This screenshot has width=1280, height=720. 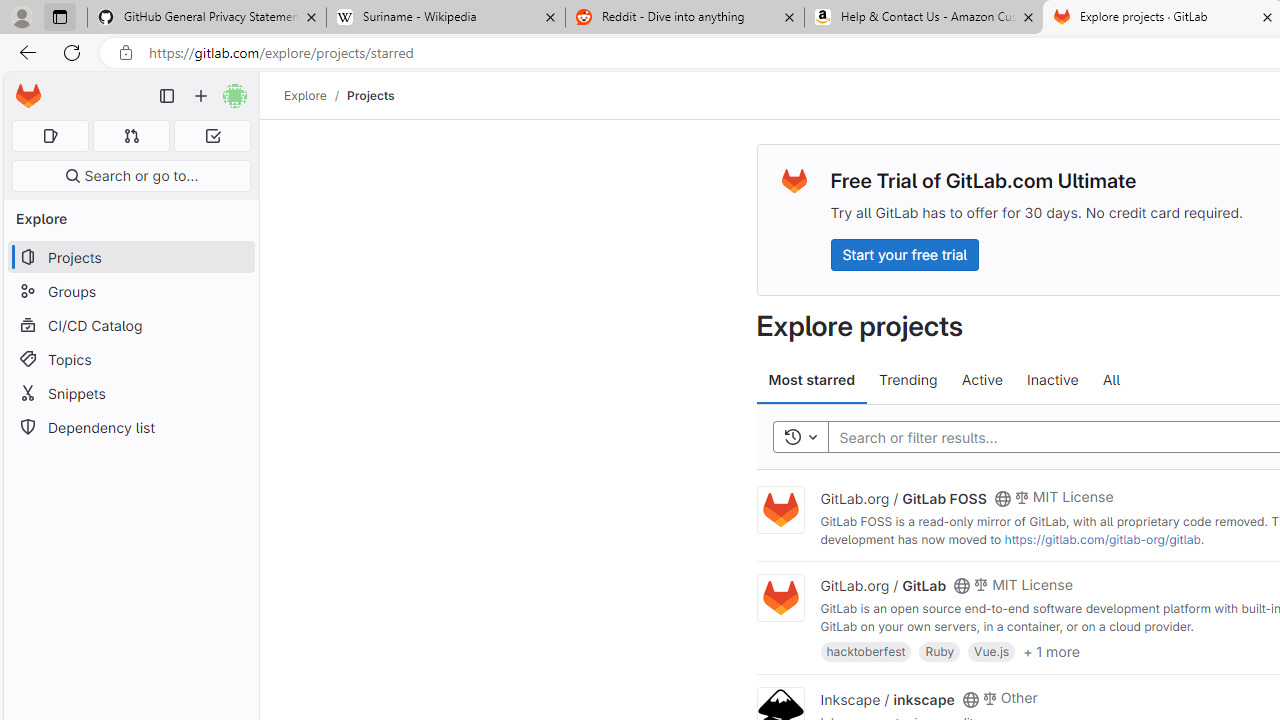 What do you see at coordinates (207, 17) in the screenshot?
I see `'GitHub General Privacy Statement - GitHub Docs'` at bounding box center [207, 17].